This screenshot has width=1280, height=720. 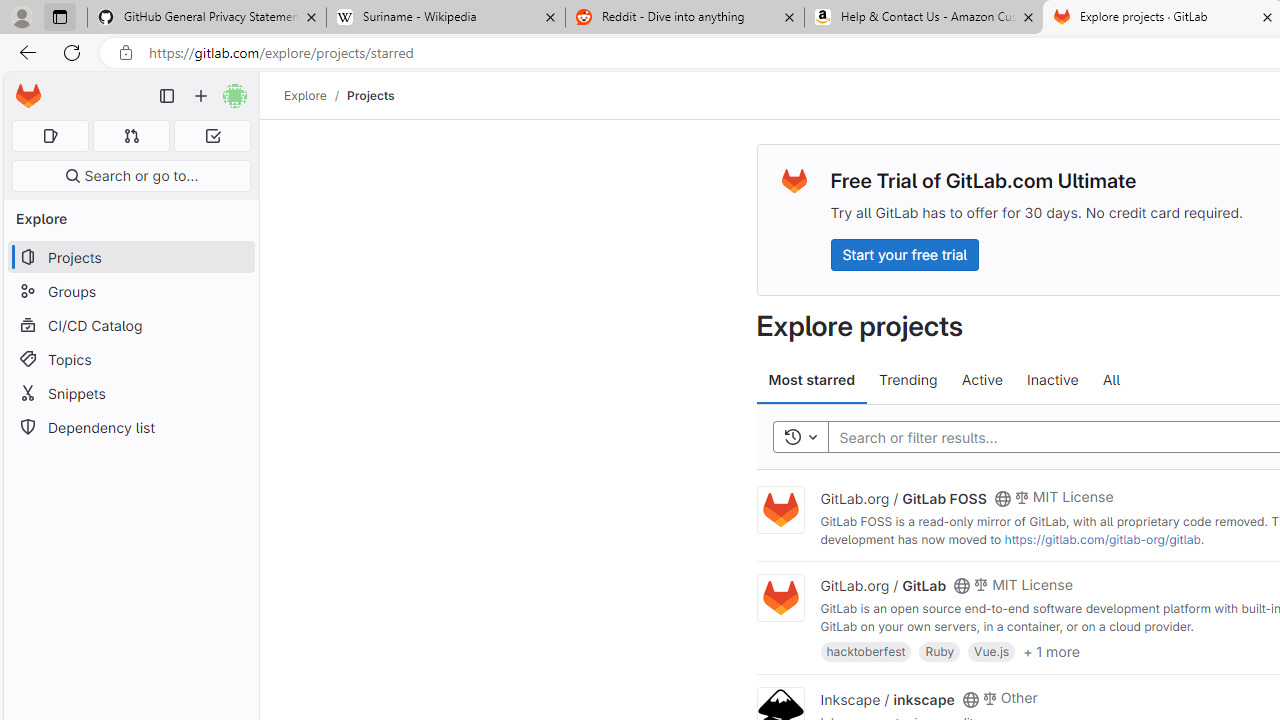 What do you see at coordinates (207, 17) in the screenshot?
I see `'GitHub General Privacy Statement - GitHub Docs'` at bounding box center [207, 17].